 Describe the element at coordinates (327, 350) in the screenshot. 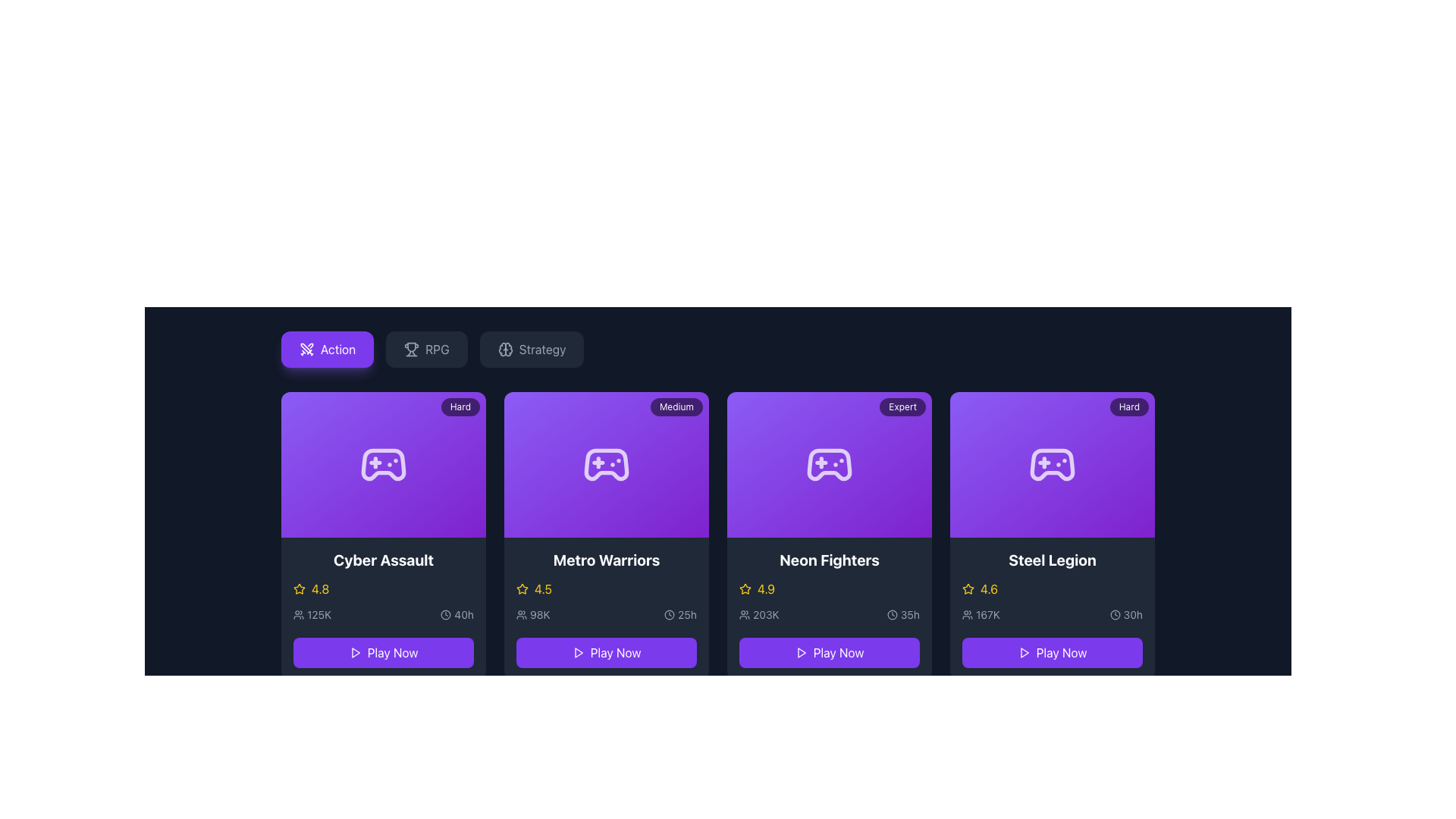

I see `the 'Action' category selector button located at the top-left corner of the category buttons layout` at that location.